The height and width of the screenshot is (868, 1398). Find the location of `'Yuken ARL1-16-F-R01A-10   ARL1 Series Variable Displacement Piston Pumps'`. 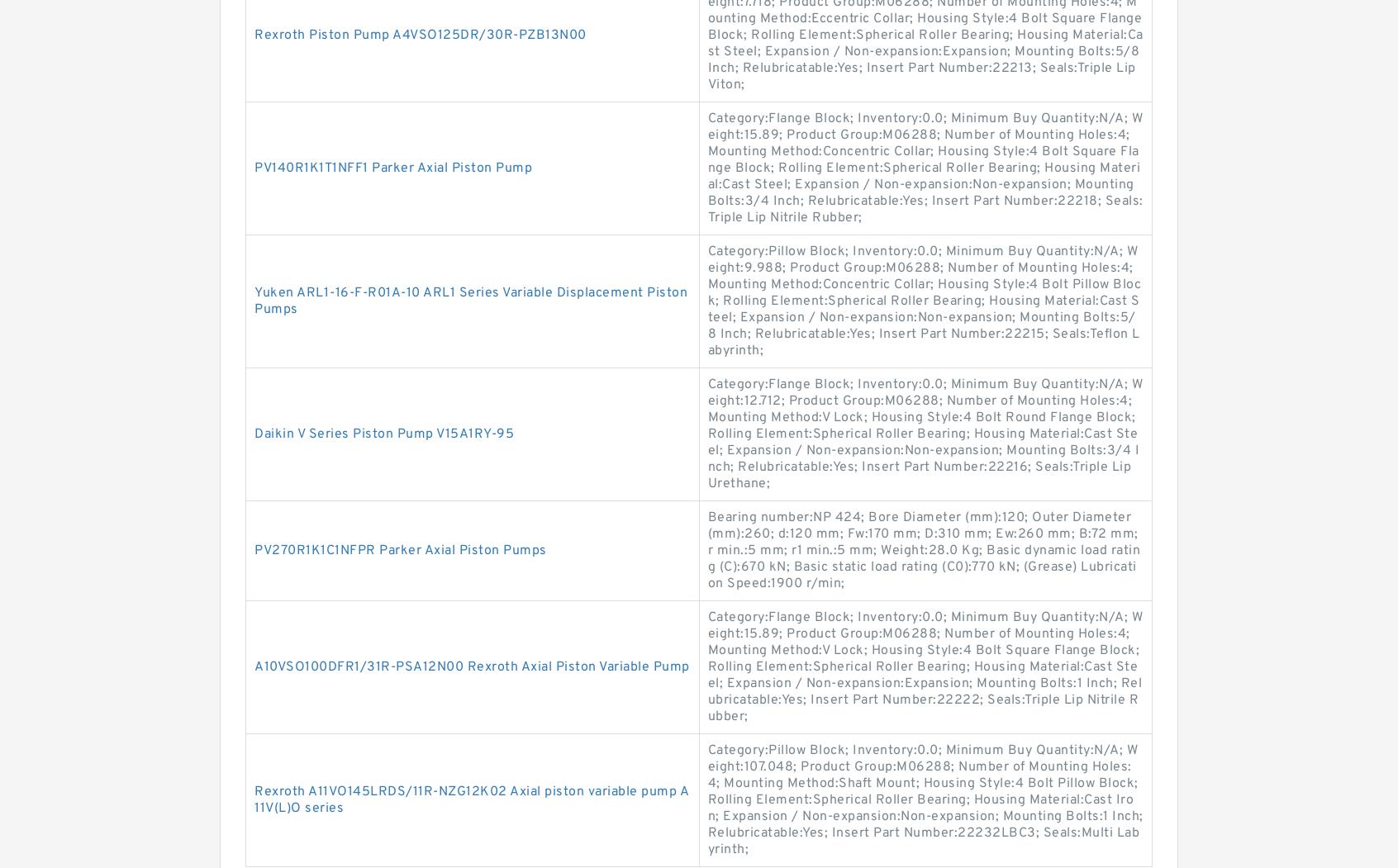

'Yuken ARL1-16-F-R01A-10   ARL1 Series Variable Displacement Piston Pumps' is located at coordinates (253, 301).